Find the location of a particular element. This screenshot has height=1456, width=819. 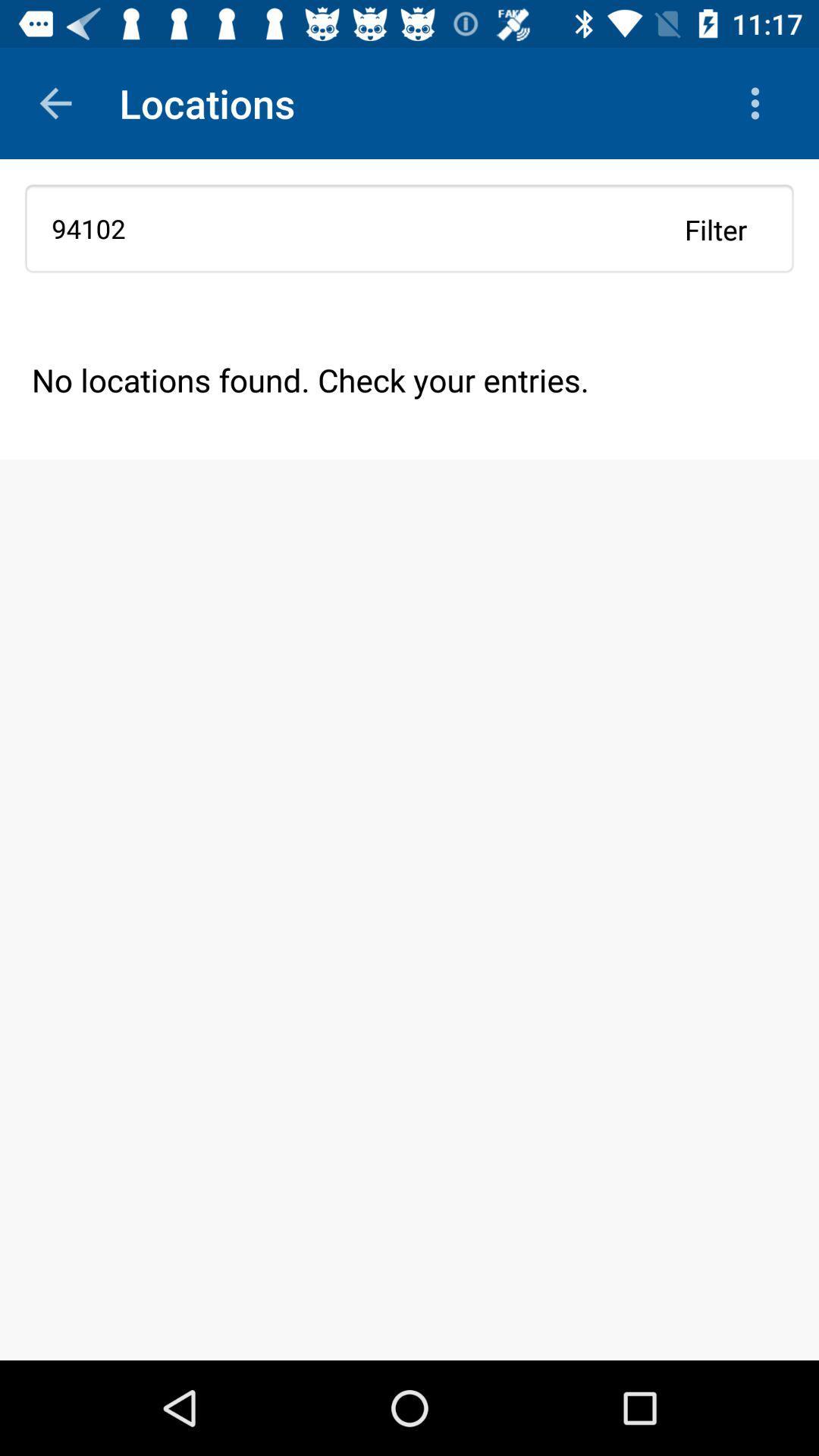

the 94102 is located at coordinates (409, 227).